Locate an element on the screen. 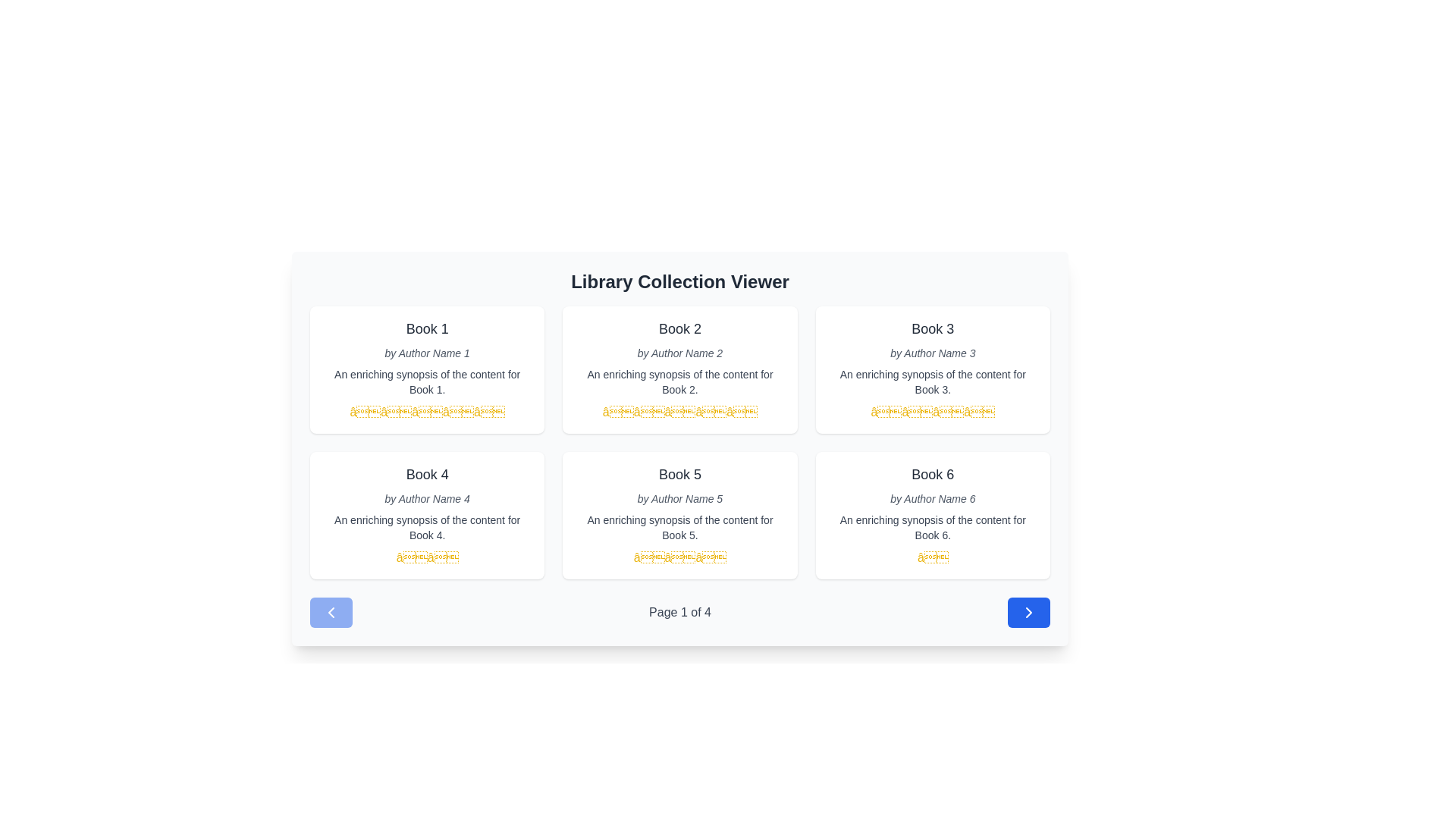 The image size is (1456, 819). the status indicator text label that shows the current page ('1') and total pages ('4') in the footer area beneath the grid of books is located at coordinates (679, 611).